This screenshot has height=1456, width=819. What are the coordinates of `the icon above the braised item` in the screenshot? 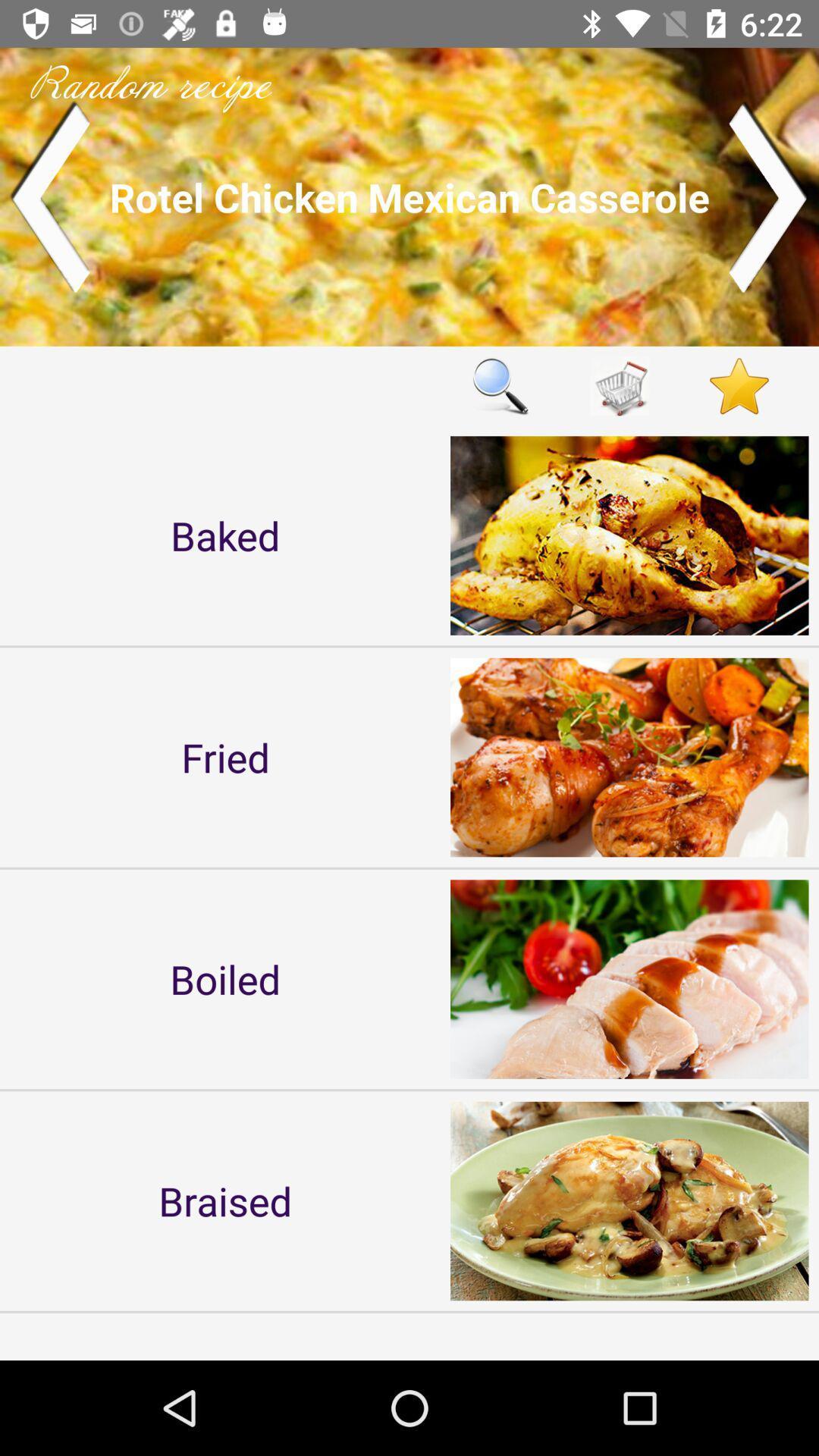 It's located at (225, 979).